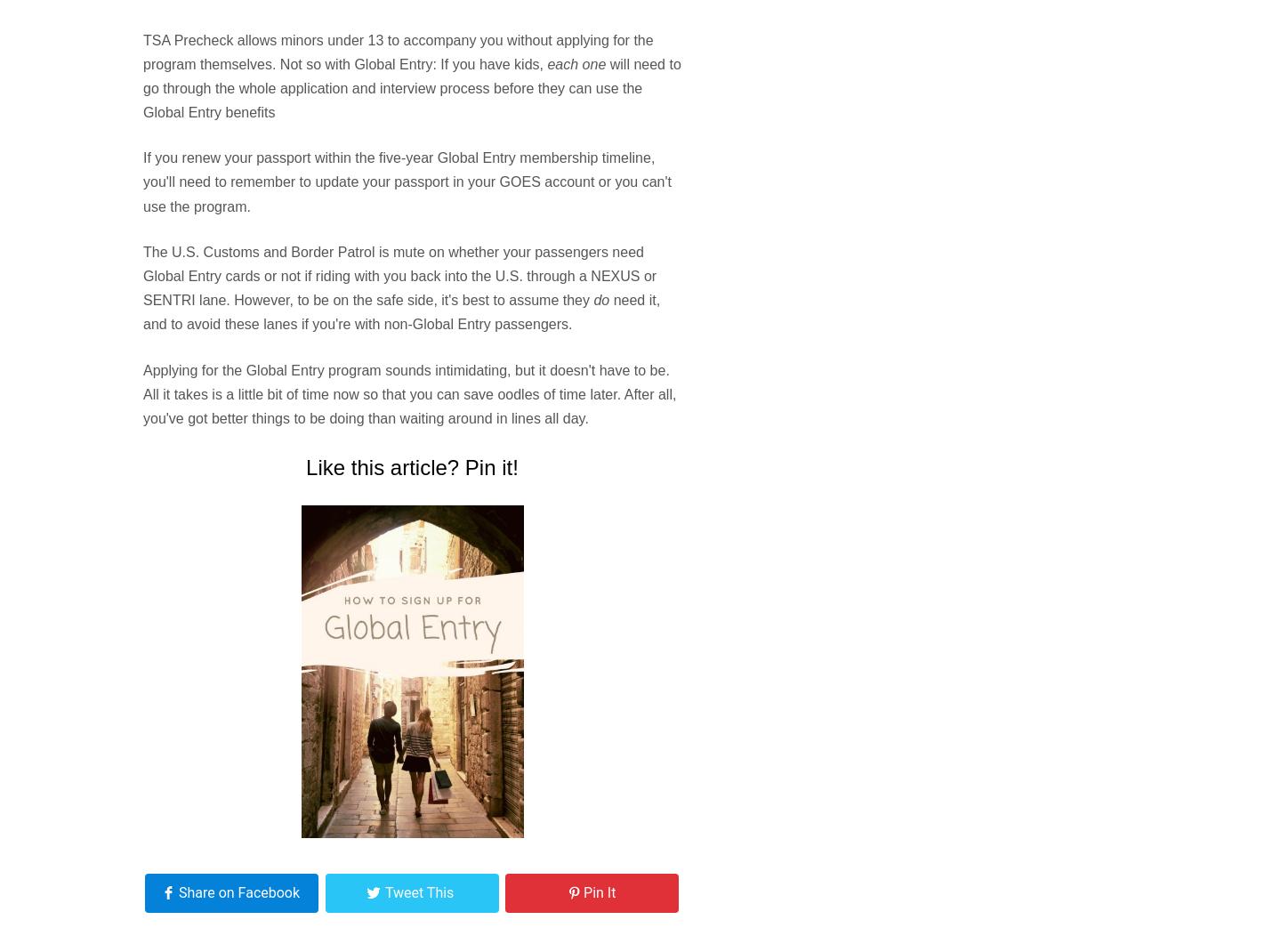 This screenshot has height=952, width=1281. What do you see at coordinates (398, 50) in the screenshot?
I see `'TSA Precheck allows minors under 13 to accompany you without applying for the program themselves. Not so with Global Entry: If you have kids,'` at bounding box center [398, 50].